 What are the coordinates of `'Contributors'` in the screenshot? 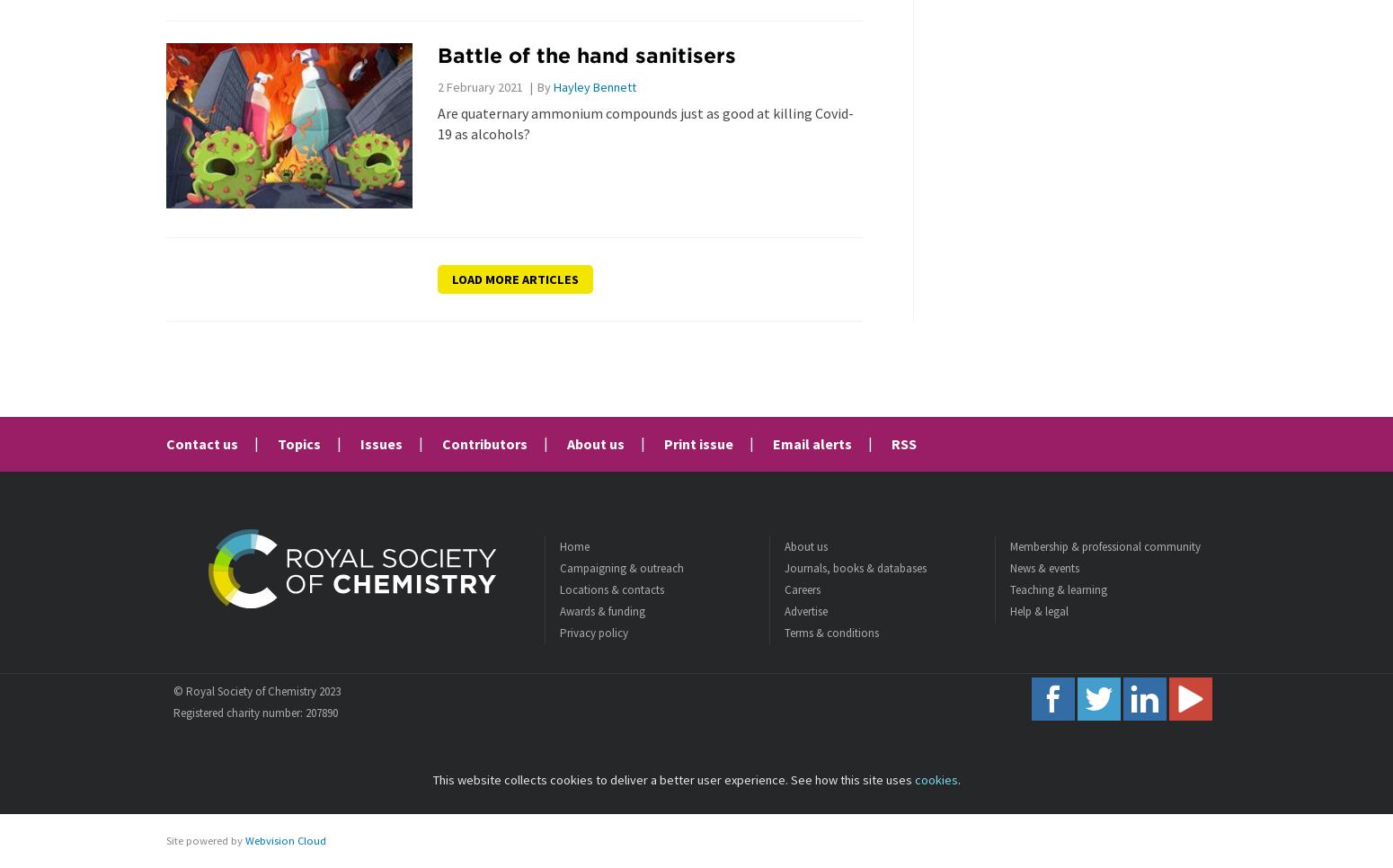 It's located at (440, 443).